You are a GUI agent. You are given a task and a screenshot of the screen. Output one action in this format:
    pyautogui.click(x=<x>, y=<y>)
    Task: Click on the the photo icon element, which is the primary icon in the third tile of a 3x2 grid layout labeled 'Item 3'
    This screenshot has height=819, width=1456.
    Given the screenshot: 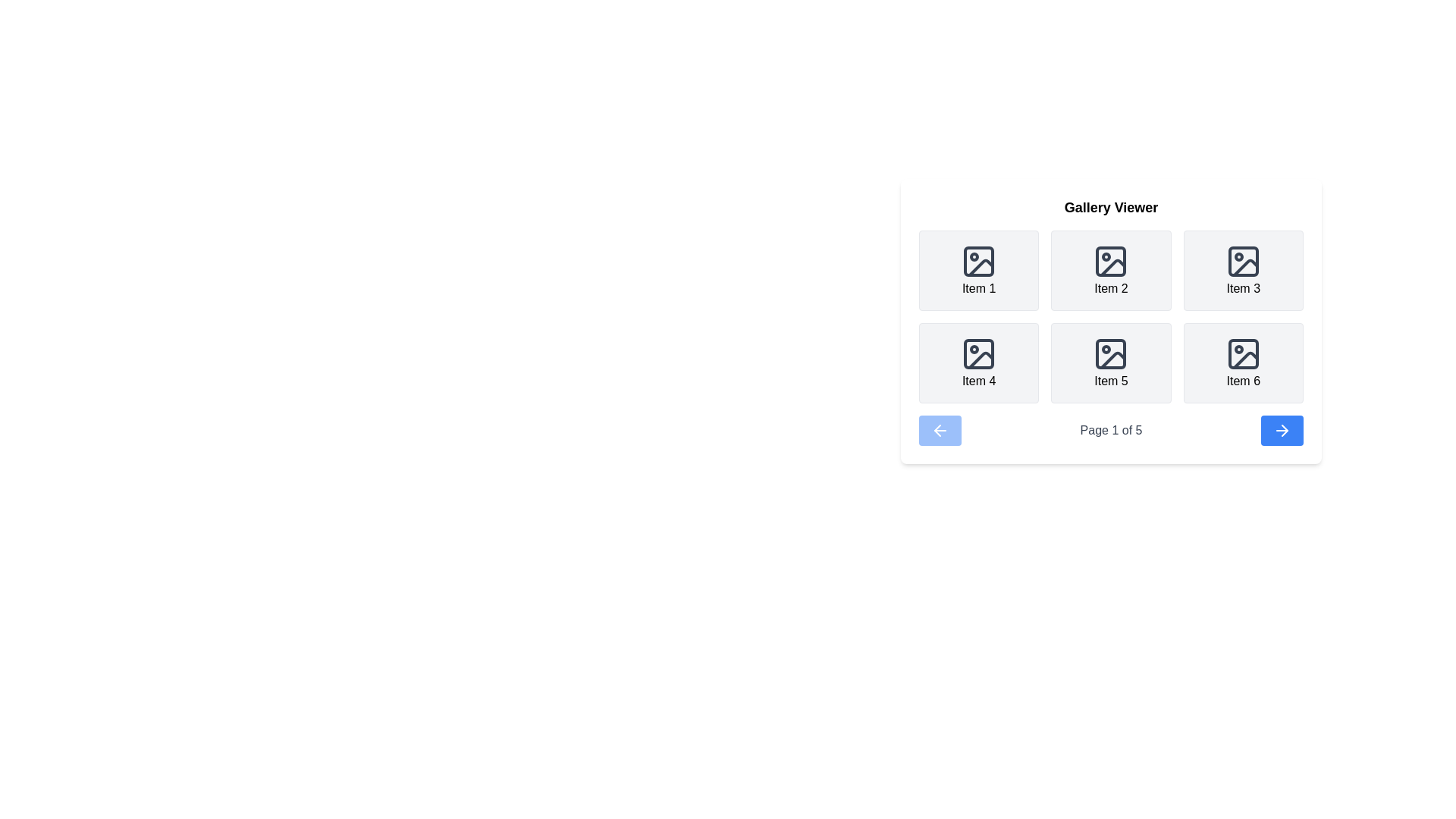 What is the action you would take?
    pyautogui.click(x=1243, y=260)
    